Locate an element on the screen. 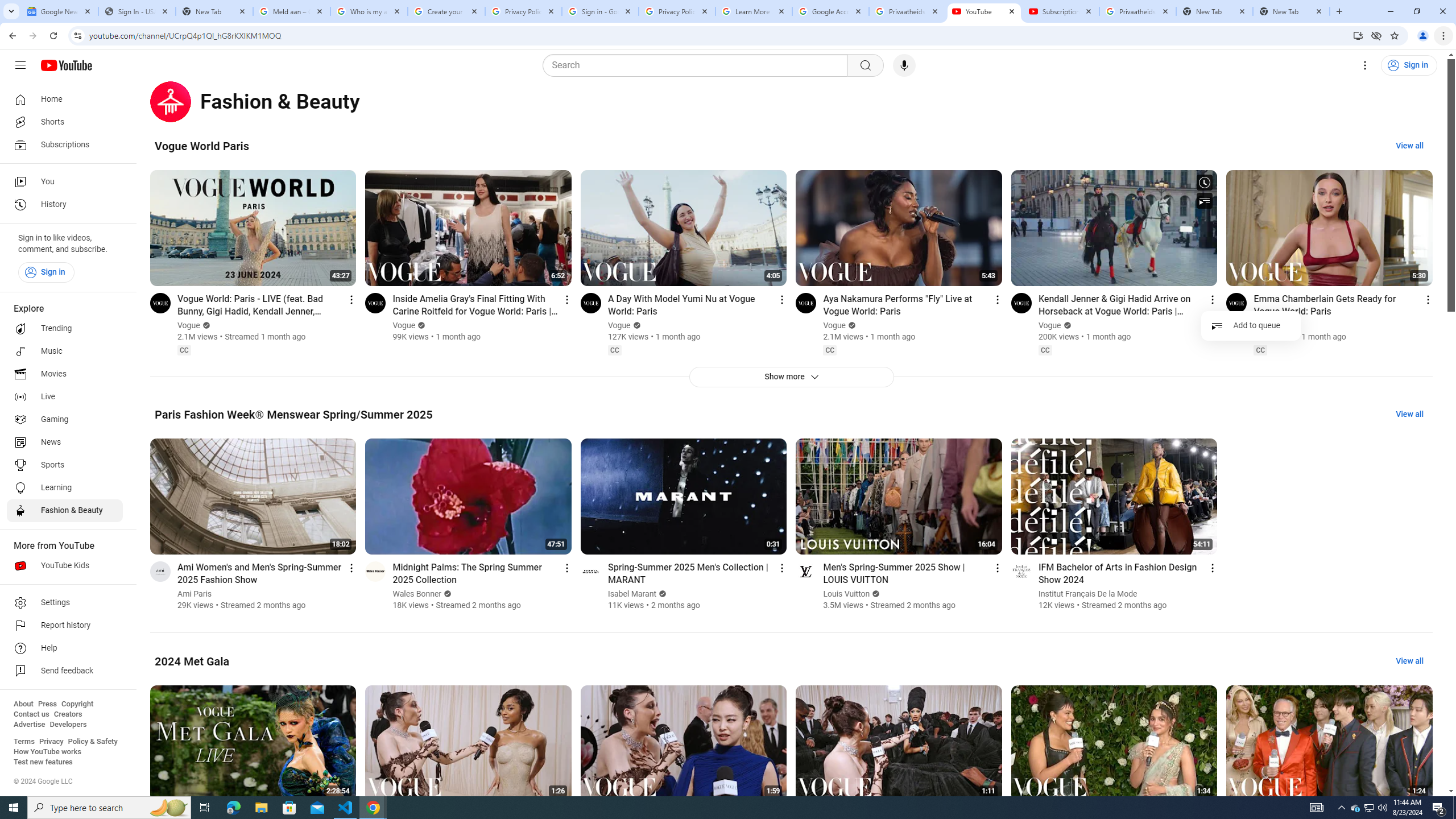 The width and height of the screenshot is (1456, 819). 'Show more' is located at coordinates (791, 377).